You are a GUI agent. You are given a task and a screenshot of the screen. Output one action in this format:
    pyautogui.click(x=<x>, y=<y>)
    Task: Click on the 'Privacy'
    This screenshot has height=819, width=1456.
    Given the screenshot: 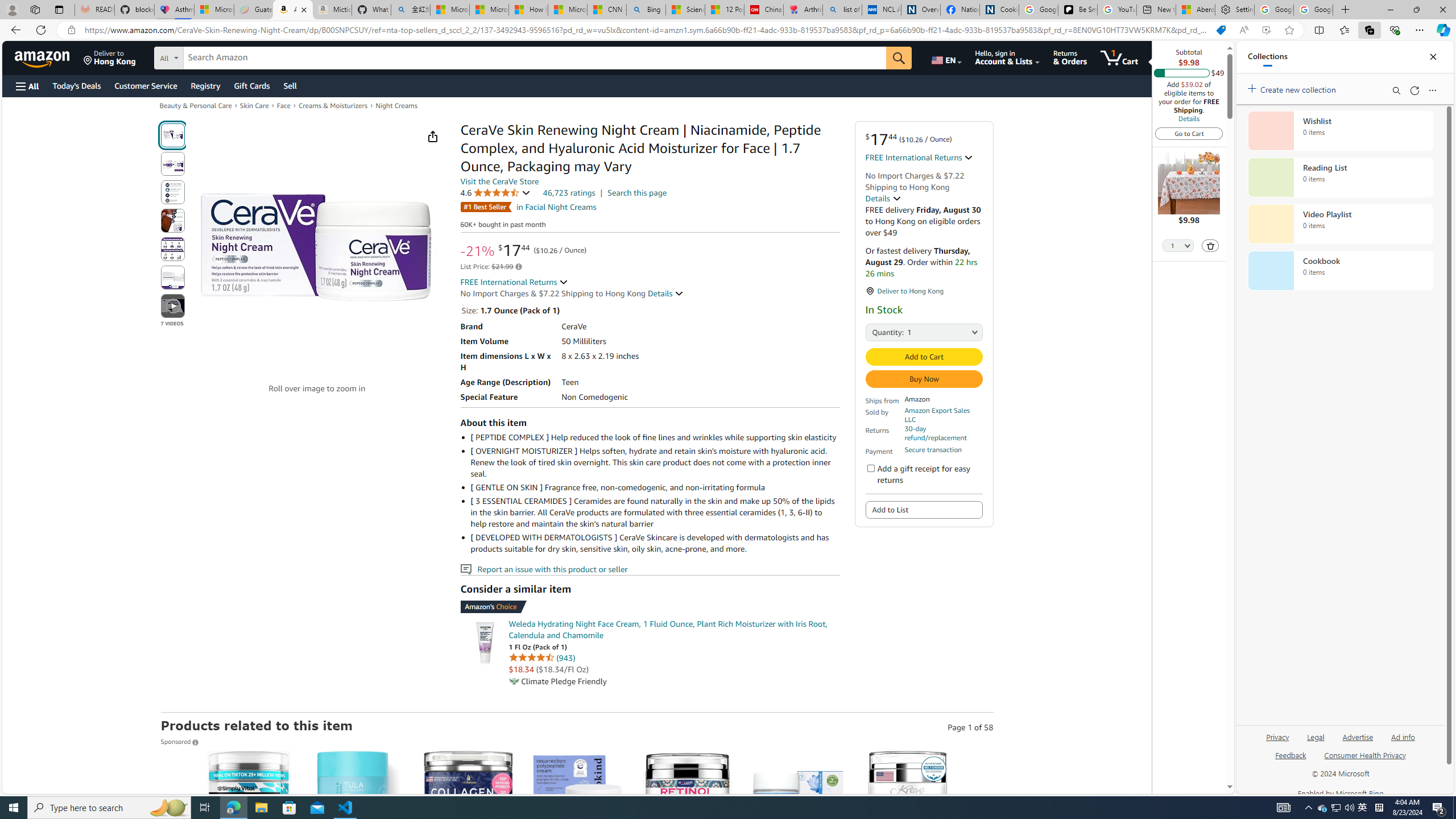 What is the action you would take?
    pyautogui.click(x=1277, y=736)
    